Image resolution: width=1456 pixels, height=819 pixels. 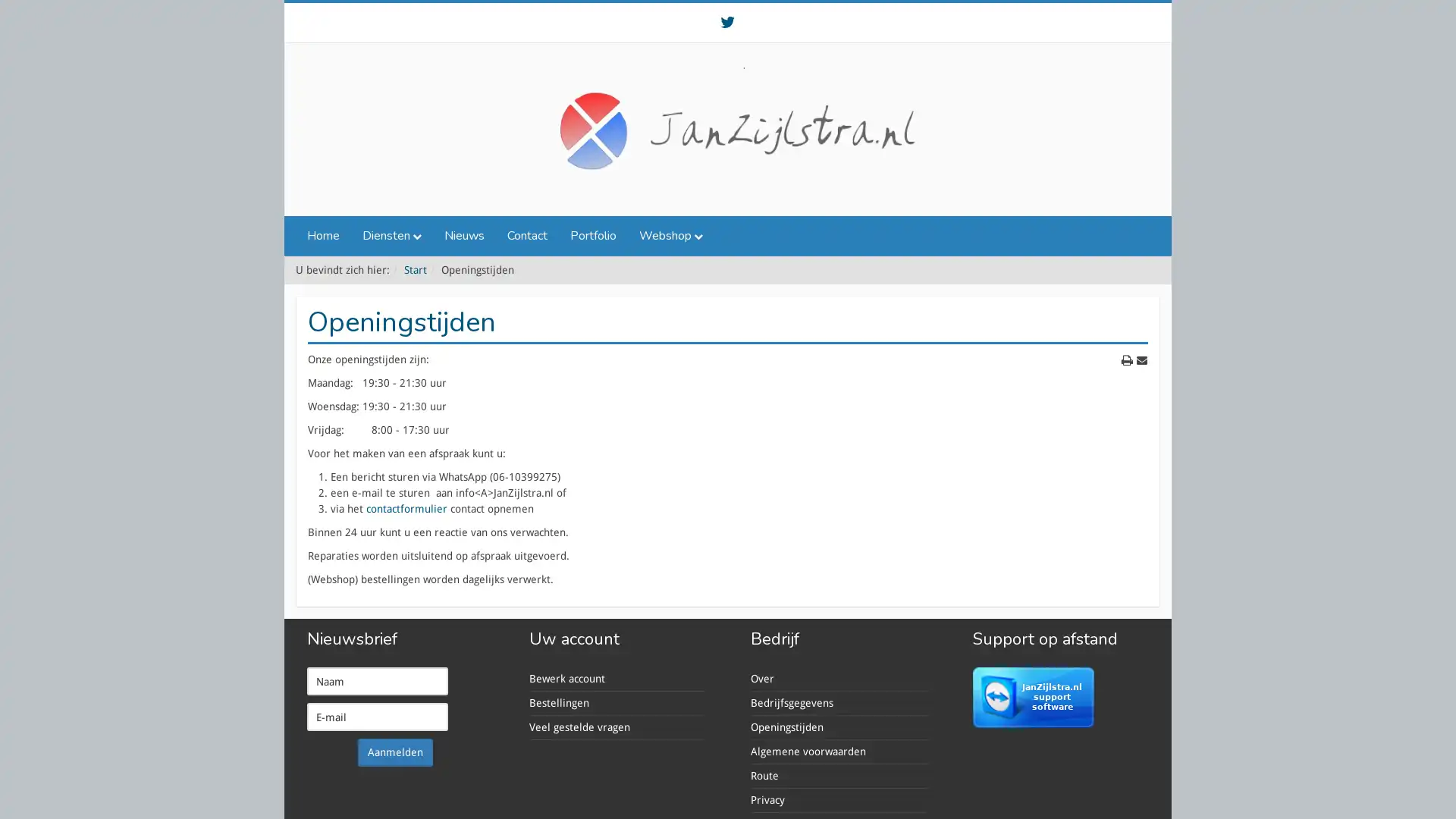 I want to click on Aanmelden, so click(x=394, y=752).